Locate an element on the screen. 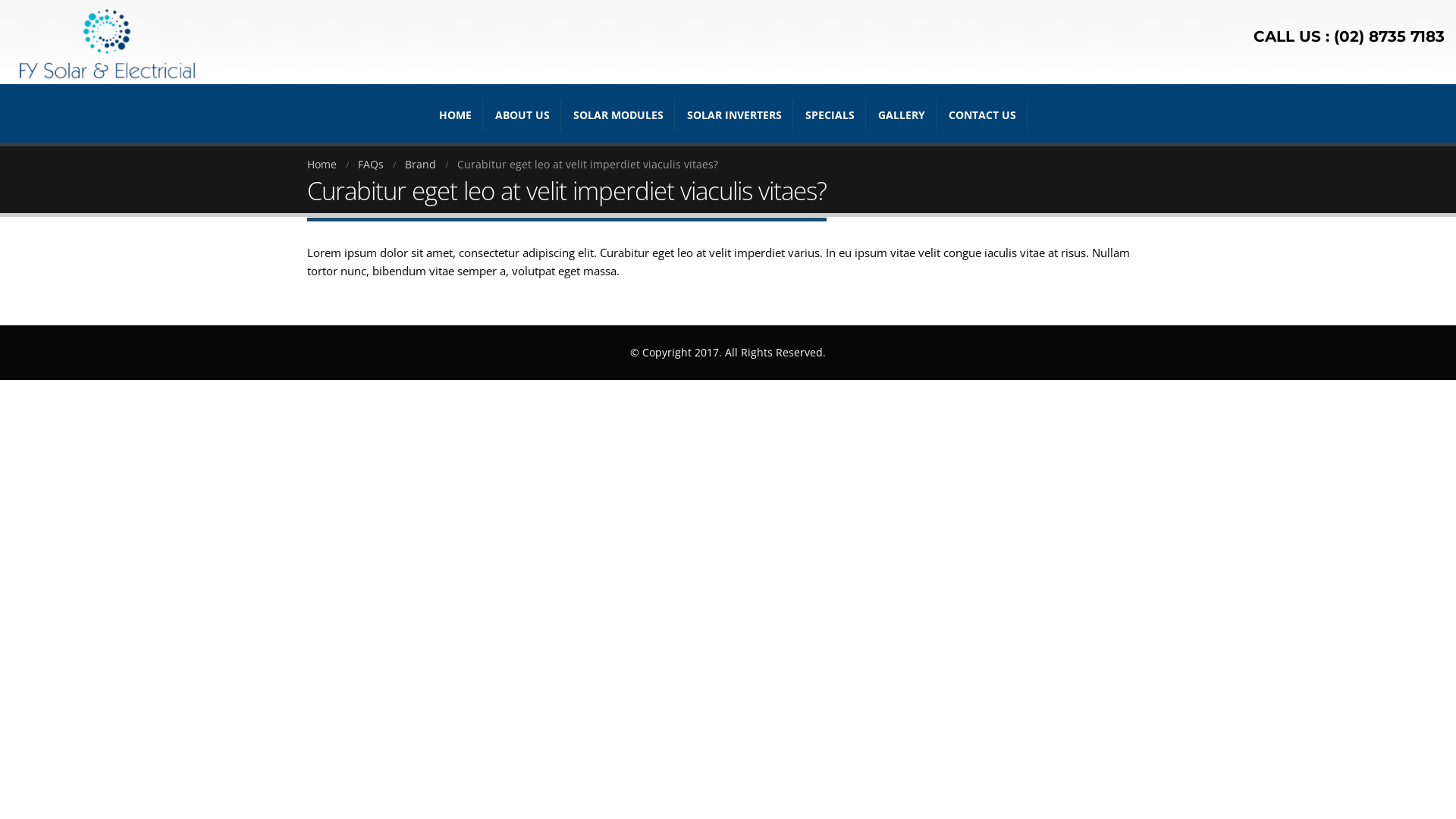  'SOLAR MODULES' is located at coordinates (618, 114).